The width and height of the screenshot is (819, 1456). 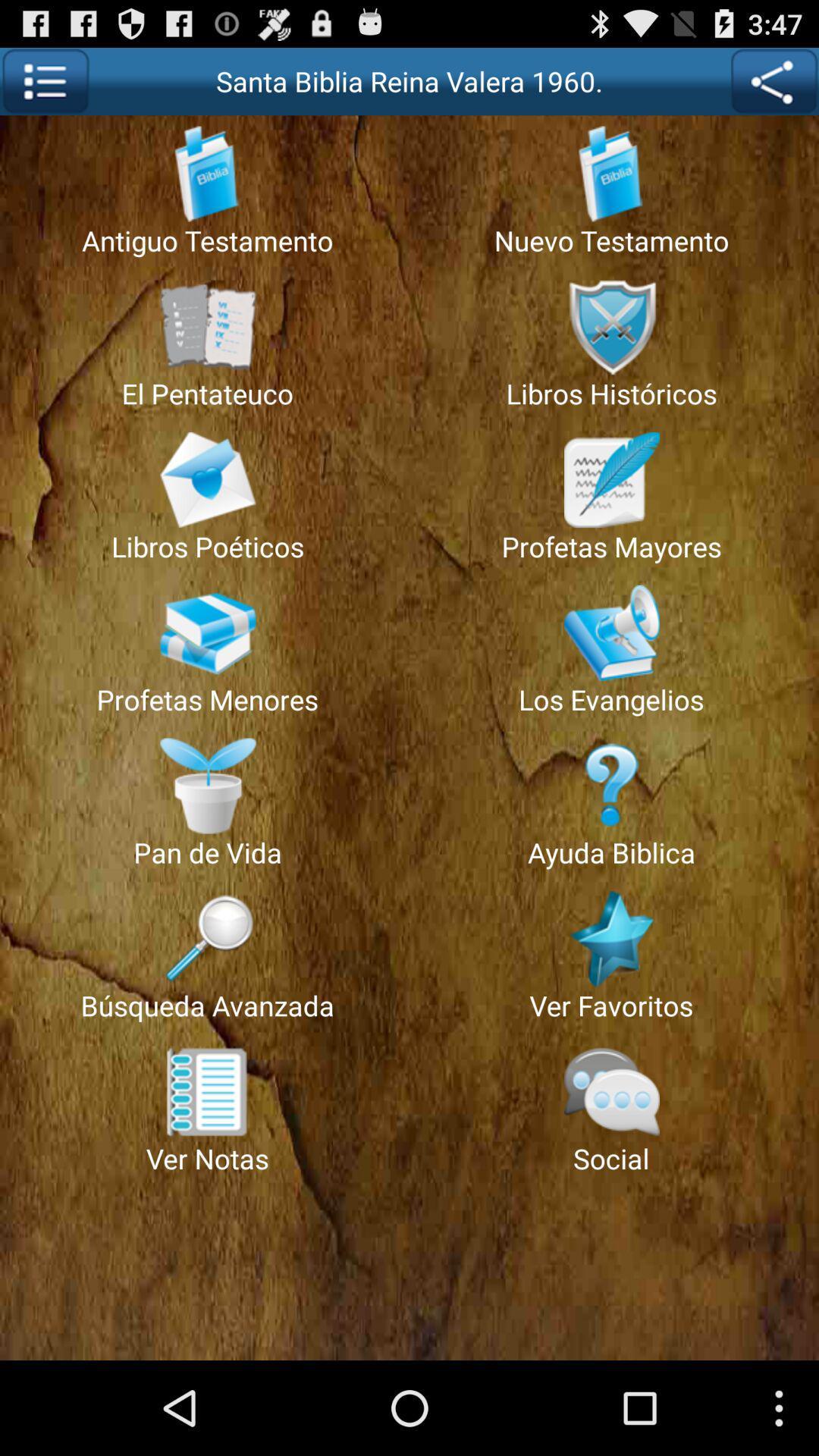 I want to click on open menu selection, so click(x=44, y=80).